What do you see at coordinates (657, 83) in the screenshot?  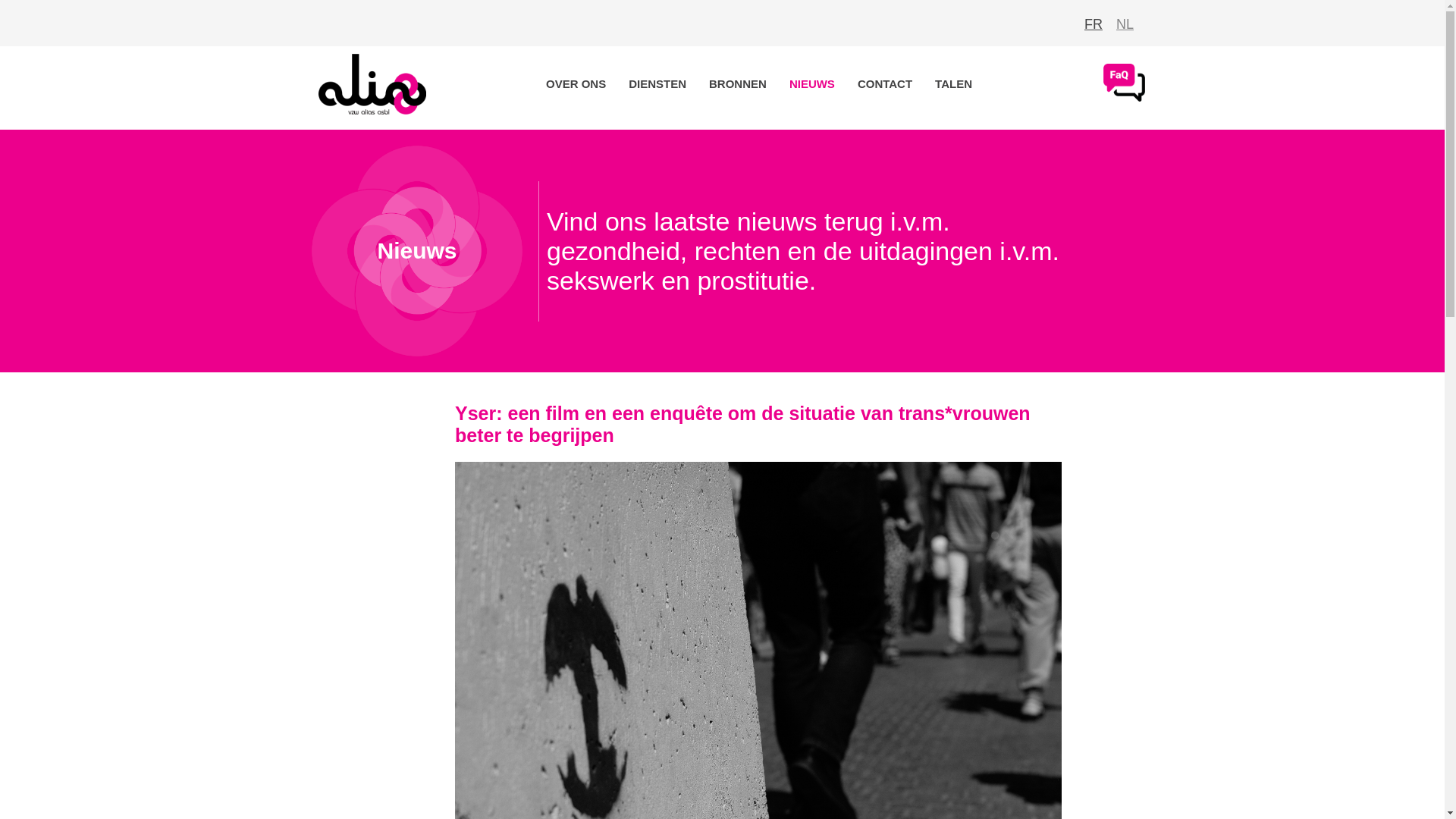 I see `'DIENSTEN'` at bounding box center [657, 83].